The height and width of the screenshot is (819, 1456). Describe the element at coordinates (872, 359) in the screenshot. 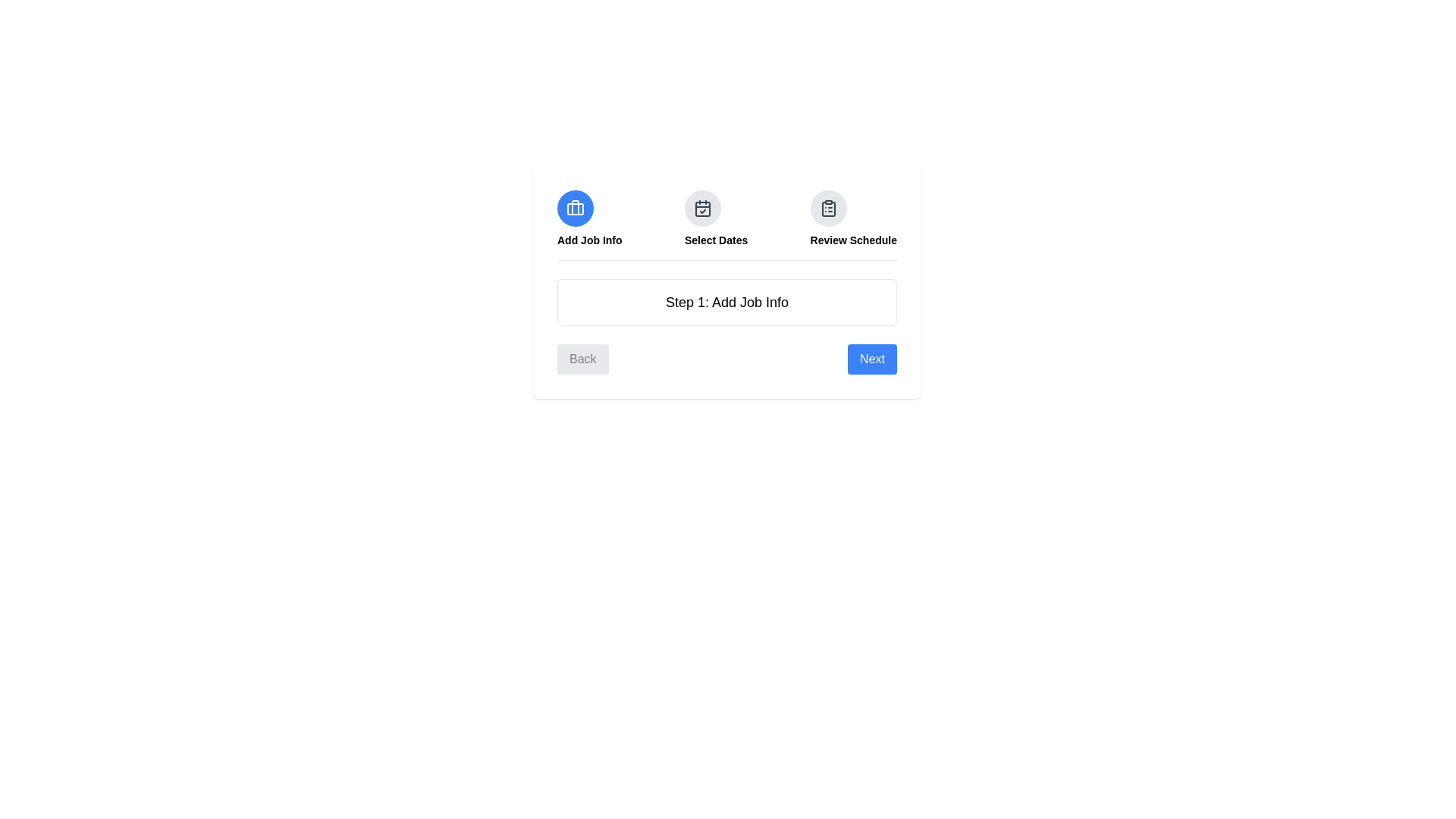

I see `'Next' button to proceed to the next step` at that location.